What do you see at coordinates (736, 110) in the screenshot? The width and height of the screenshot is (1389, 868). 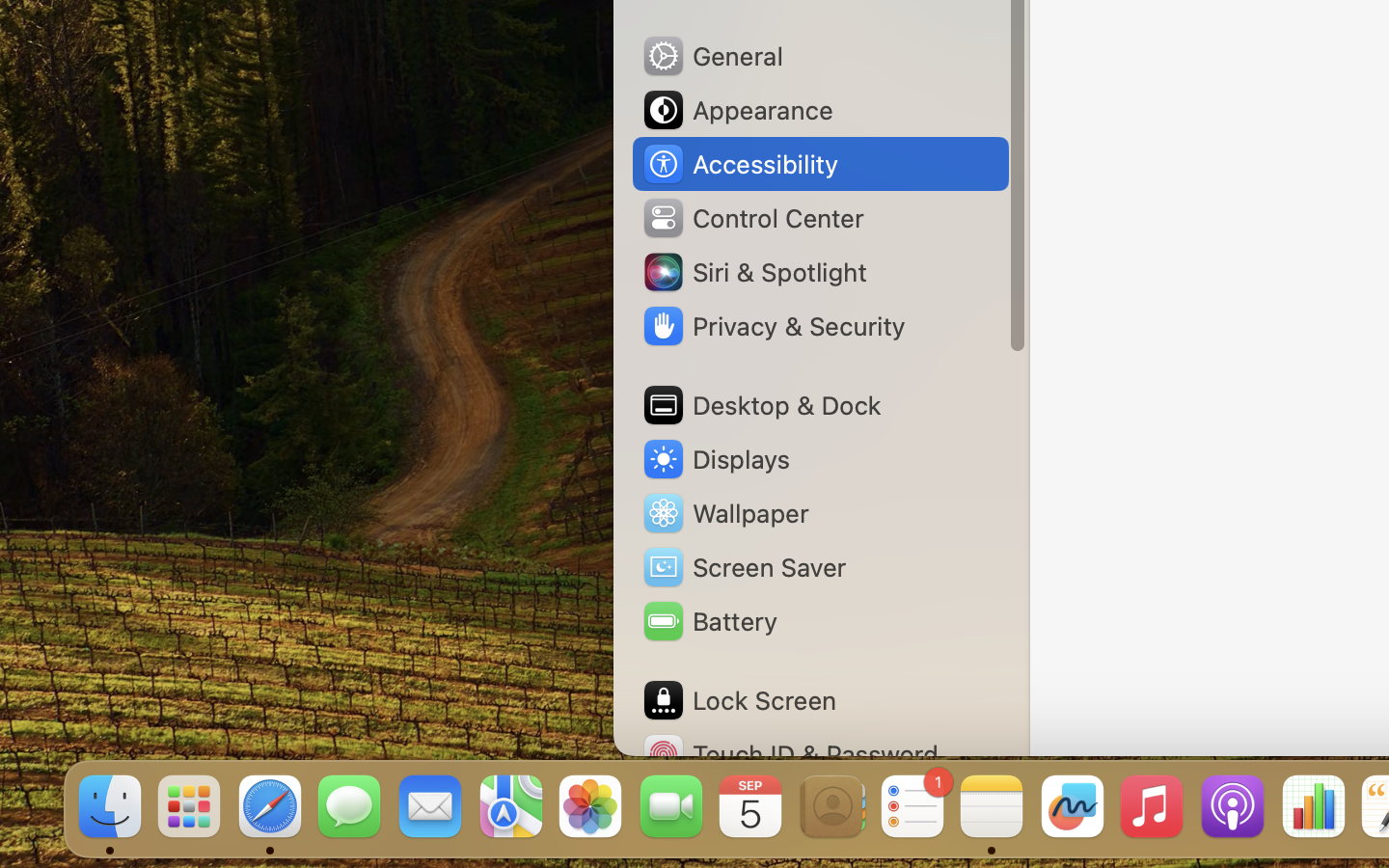 I see `'Appearance'` at bounding box center [736, 110].